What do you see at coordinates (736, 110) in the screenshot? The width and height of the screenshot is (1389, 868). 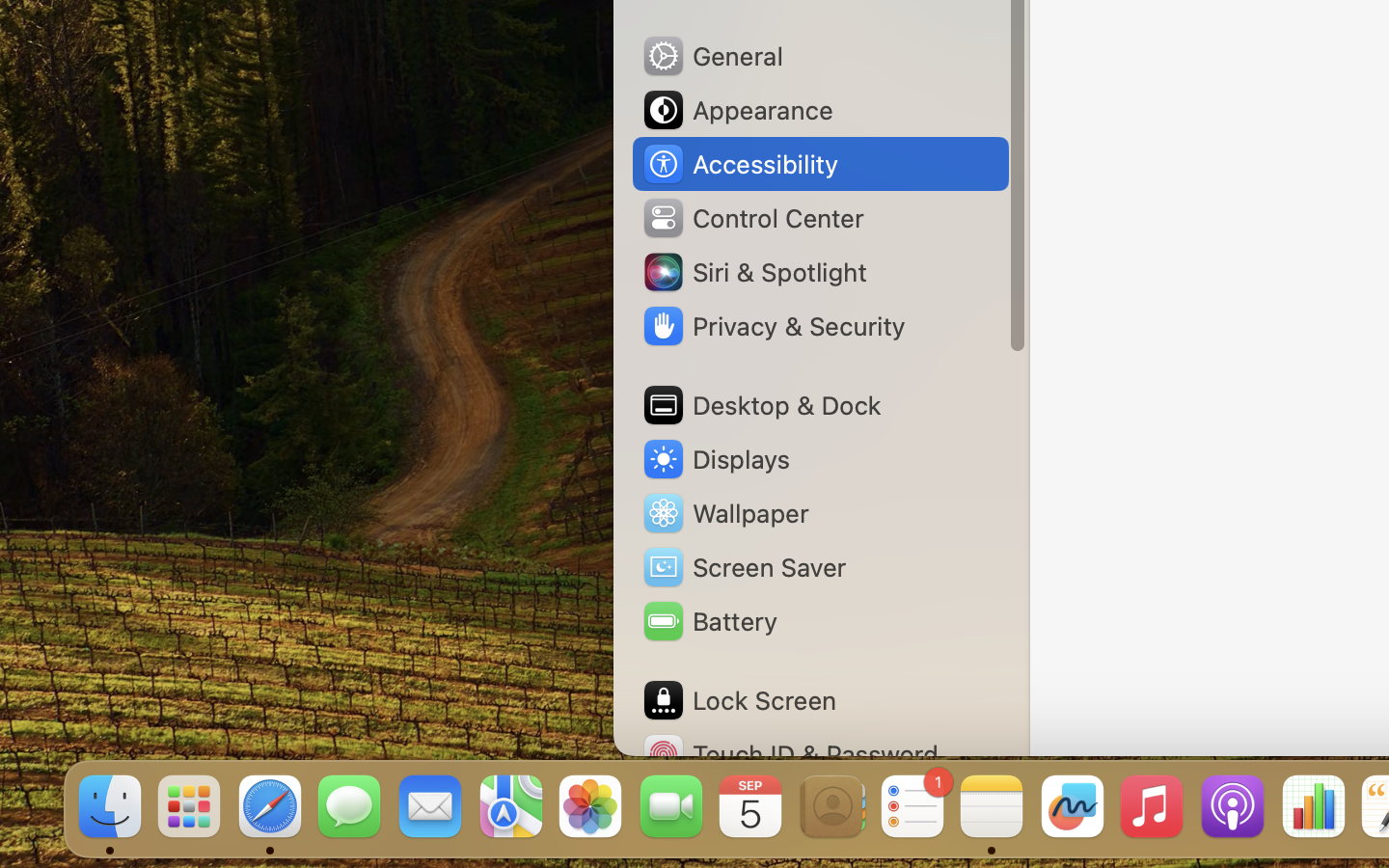 I see `'Appearance'` at bounding box center [736, 110].